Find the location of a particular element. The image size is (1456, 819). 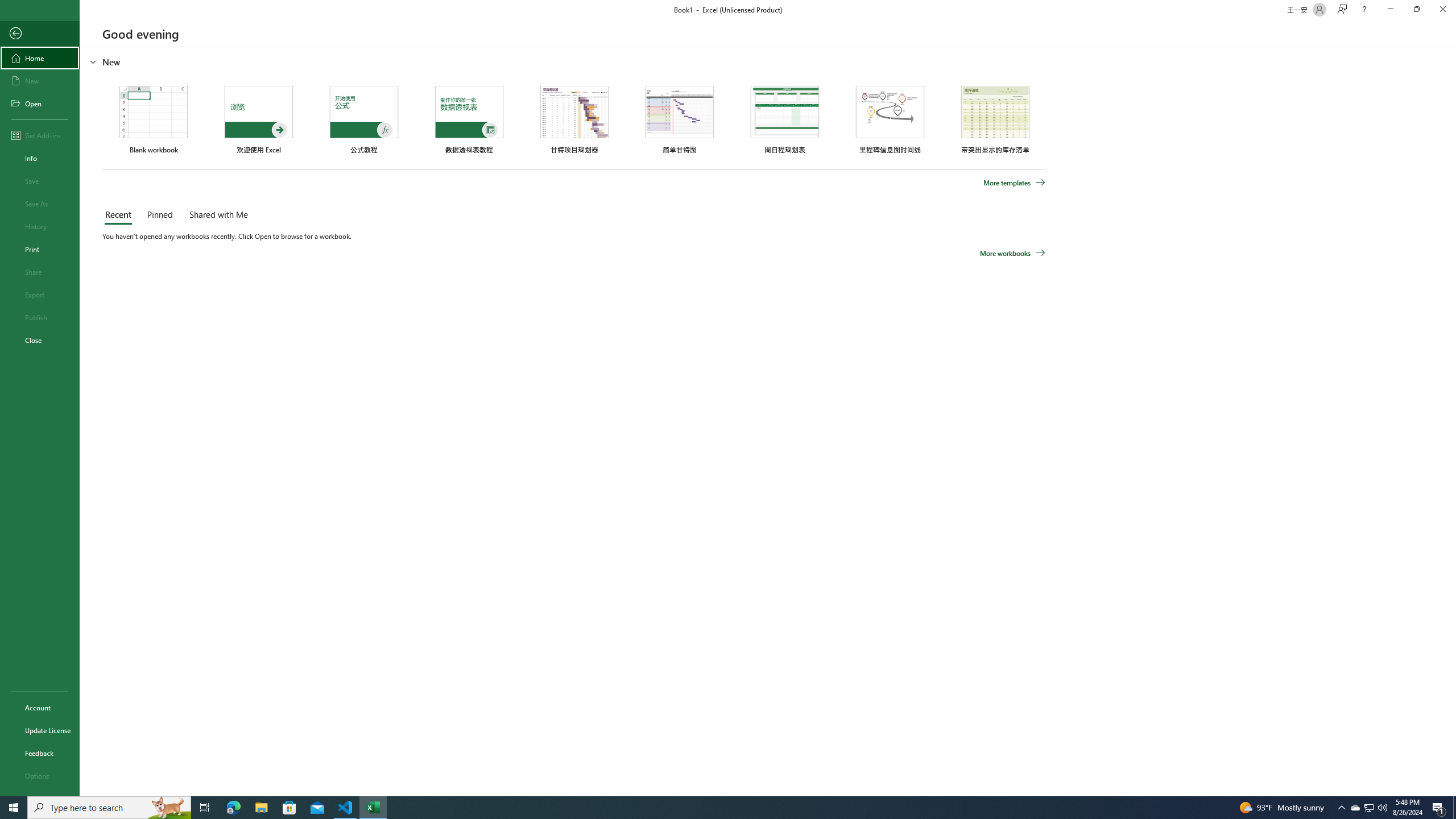

'Pinned' is located at coordinates (159, 215).